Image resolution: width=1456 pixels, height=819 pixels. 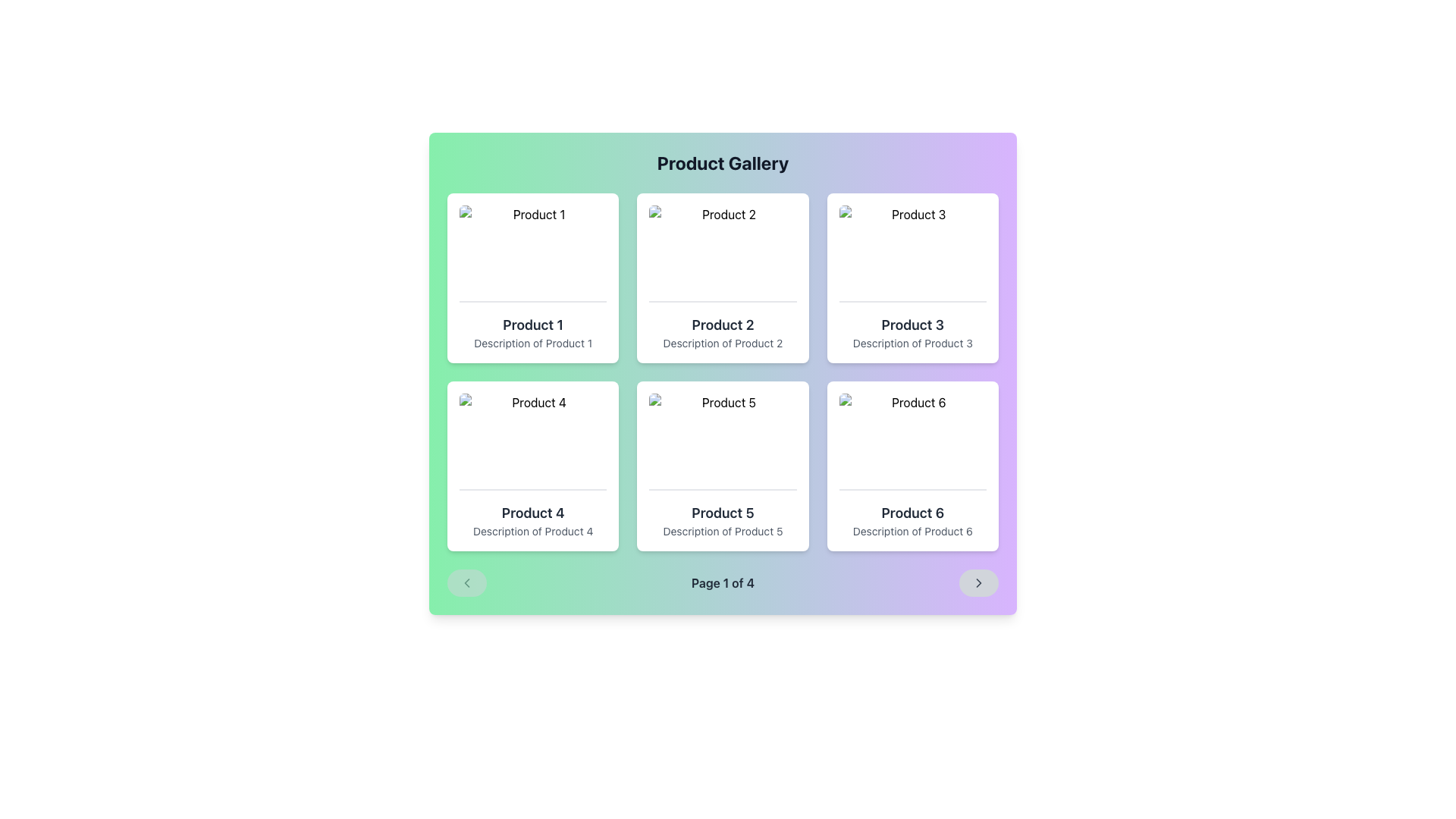 I want to click on the product image placeholder located in the upper section of the card in the second row and first column of the grid layout, so click(x=533, y=441).